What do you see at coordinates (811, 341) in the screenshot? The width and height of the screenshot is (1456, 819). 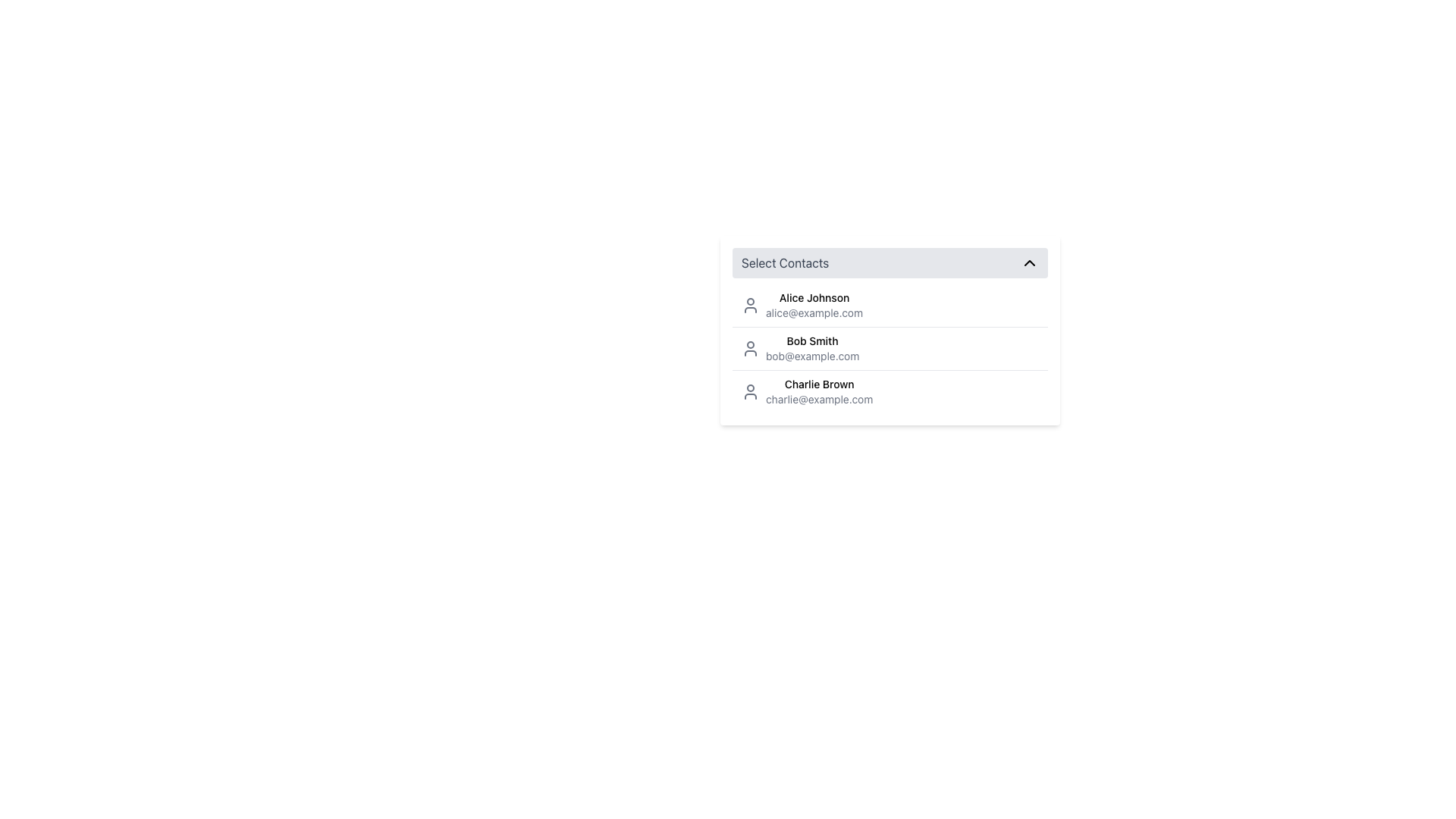 I see `text label displaying 'Bob Smith', which is emphasized in bold and located in the second item of the contact list, just above the email 'bob@example.com'` at bounding box center [811, 341].